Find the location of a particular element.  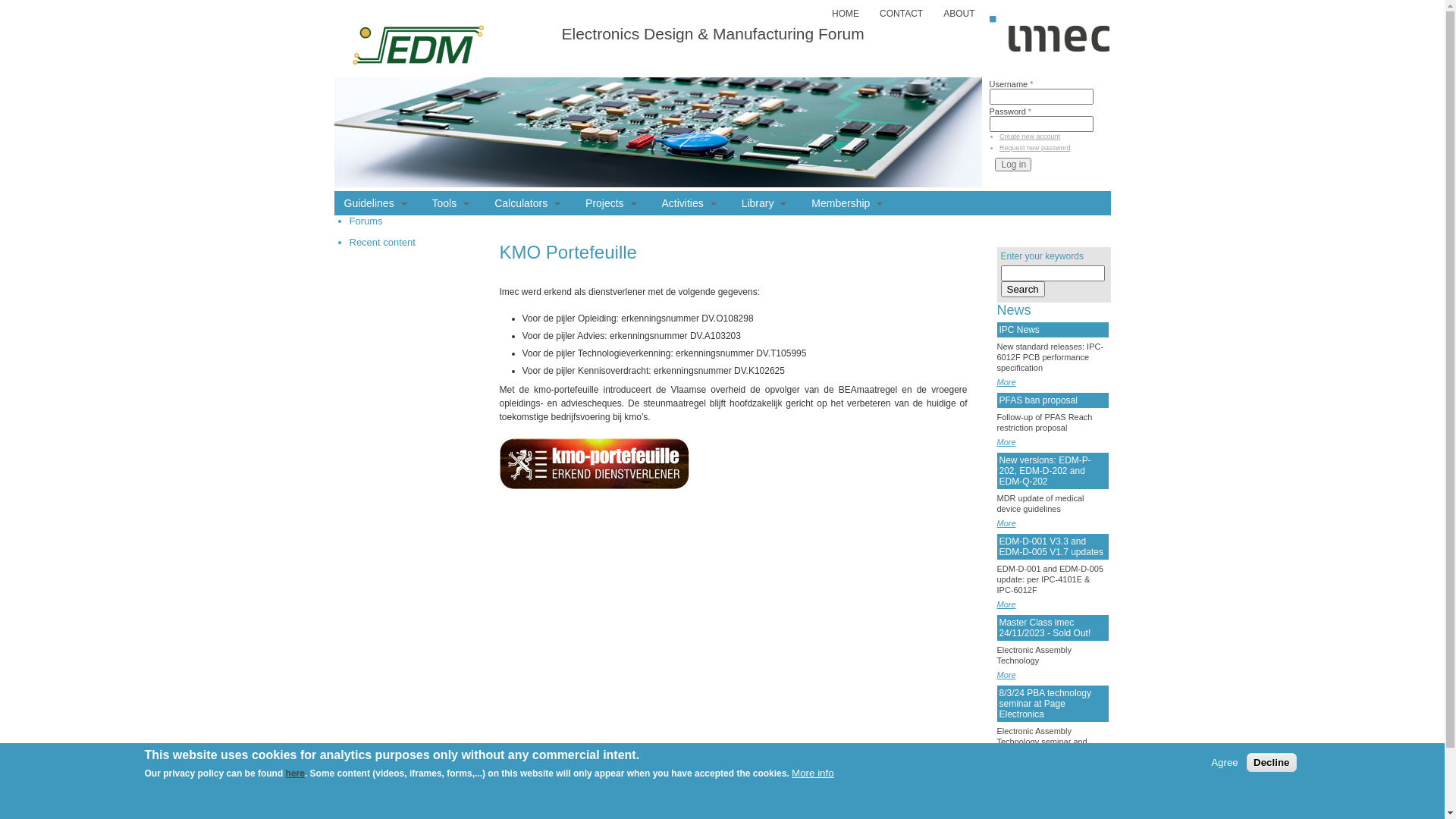

'Library' is located at coordinates (734, 202).